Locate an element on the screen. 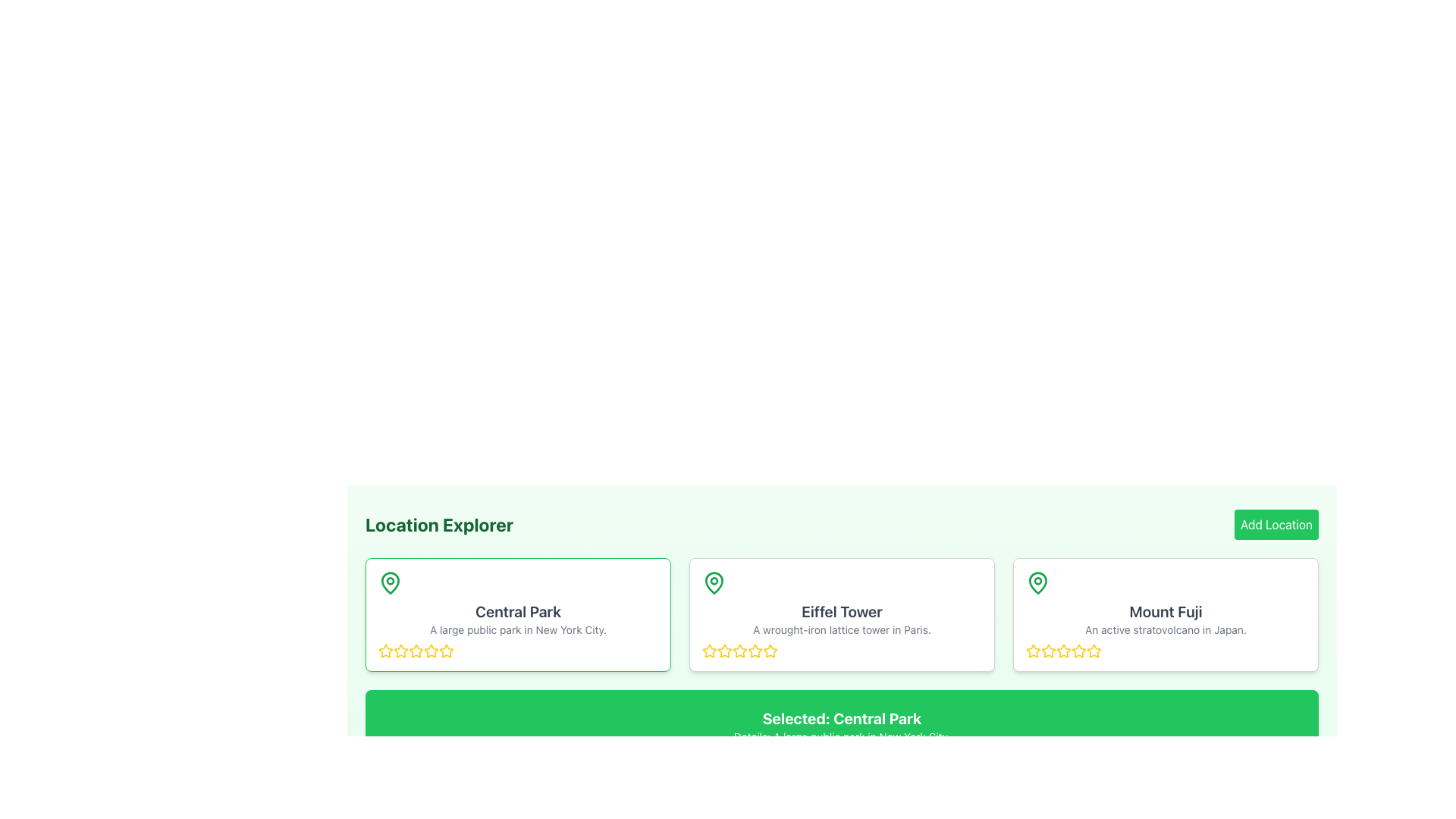 Image resolution: width=1456 pixels, height=819 pixels. text of the 'Central Park' label located in the center of the first card under the 'Location Explorer' section is located at coordinates (518, 610).